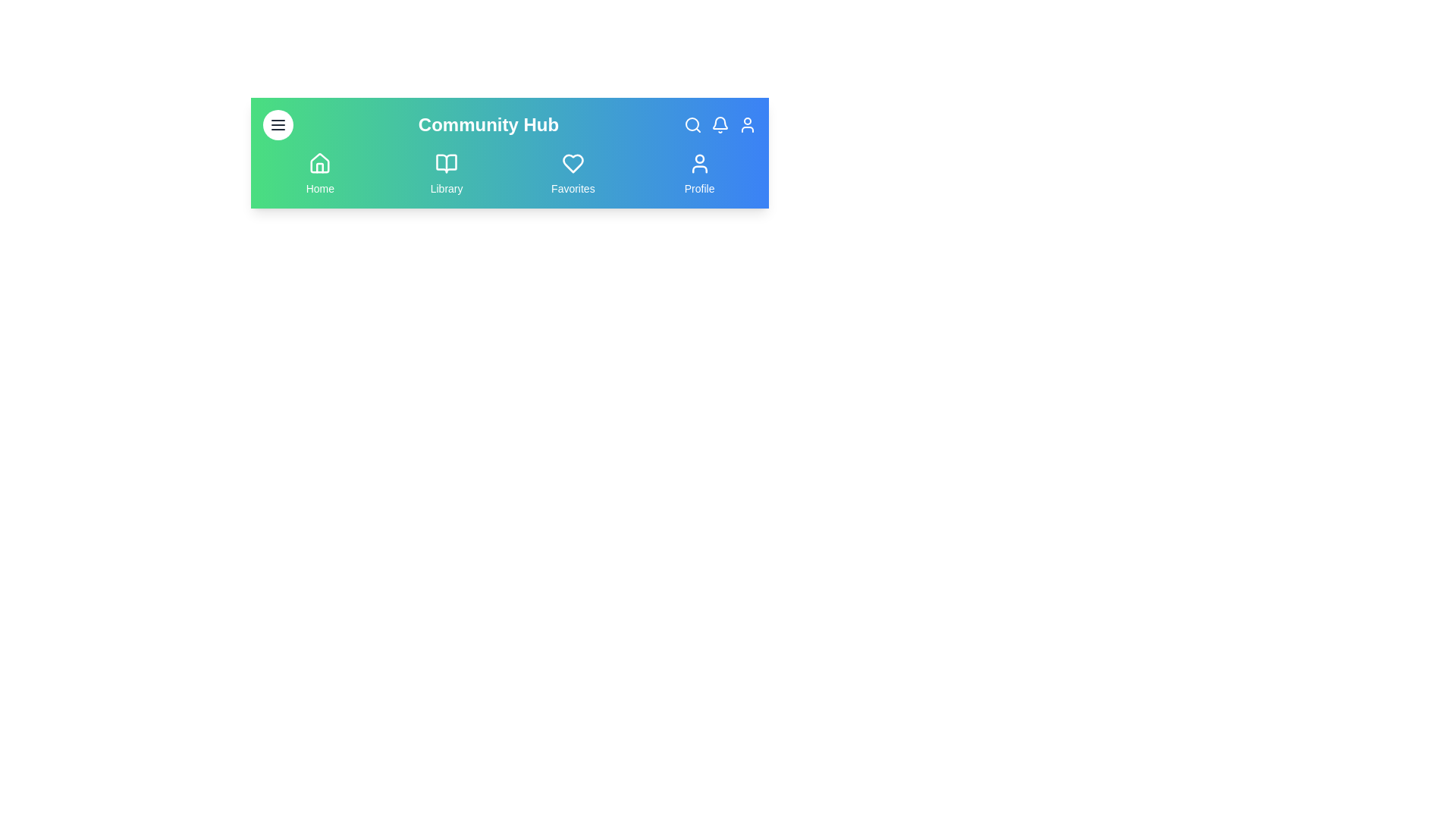  Describe the element at coordinates (278, 124) in the screenshot. I see `toggle button to toggle the navigation menu visibility` at that location.